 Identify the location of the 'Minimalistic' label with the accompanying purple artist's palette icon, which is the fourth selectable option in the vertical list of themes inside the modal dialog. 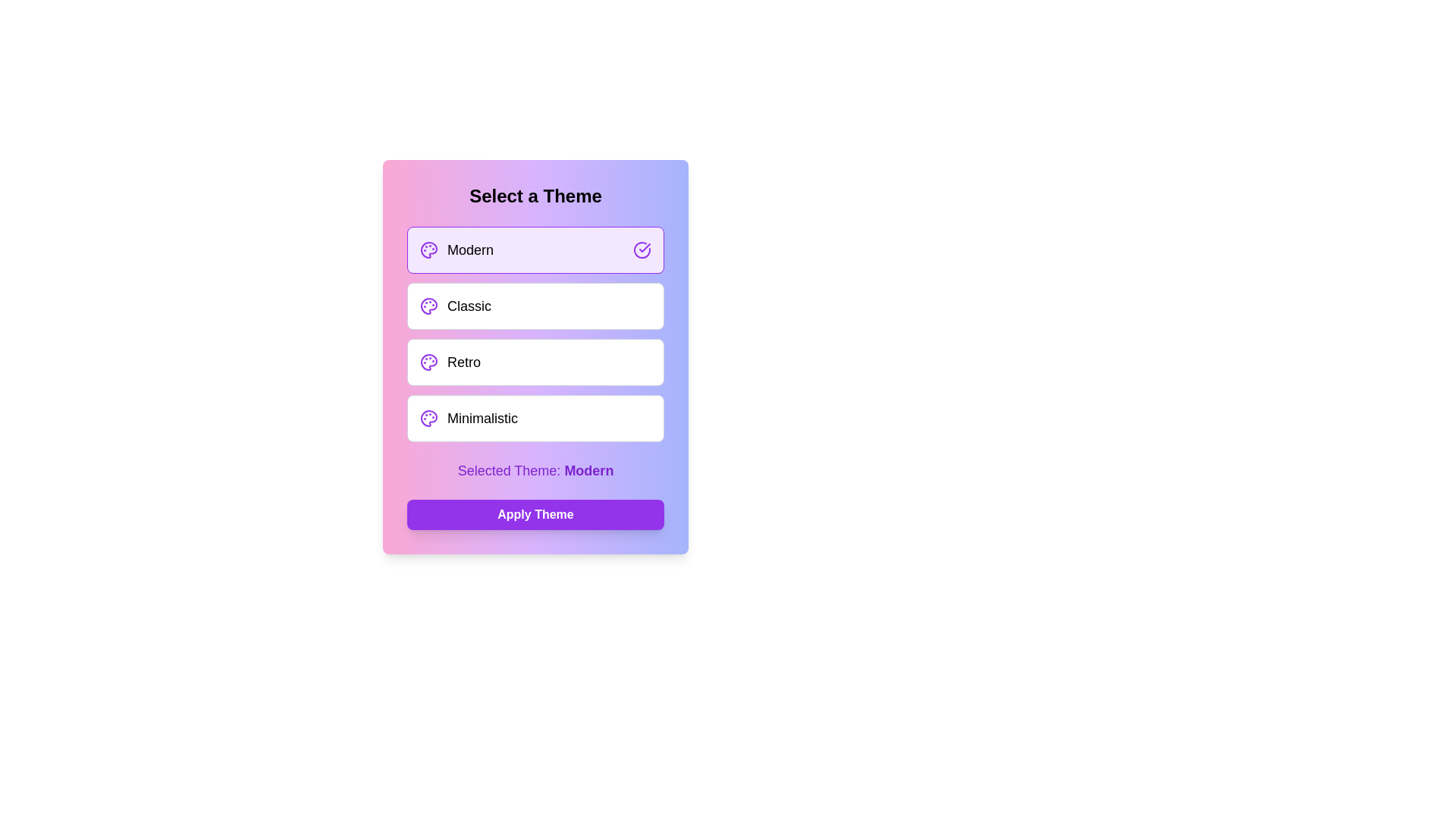
(468, 418).